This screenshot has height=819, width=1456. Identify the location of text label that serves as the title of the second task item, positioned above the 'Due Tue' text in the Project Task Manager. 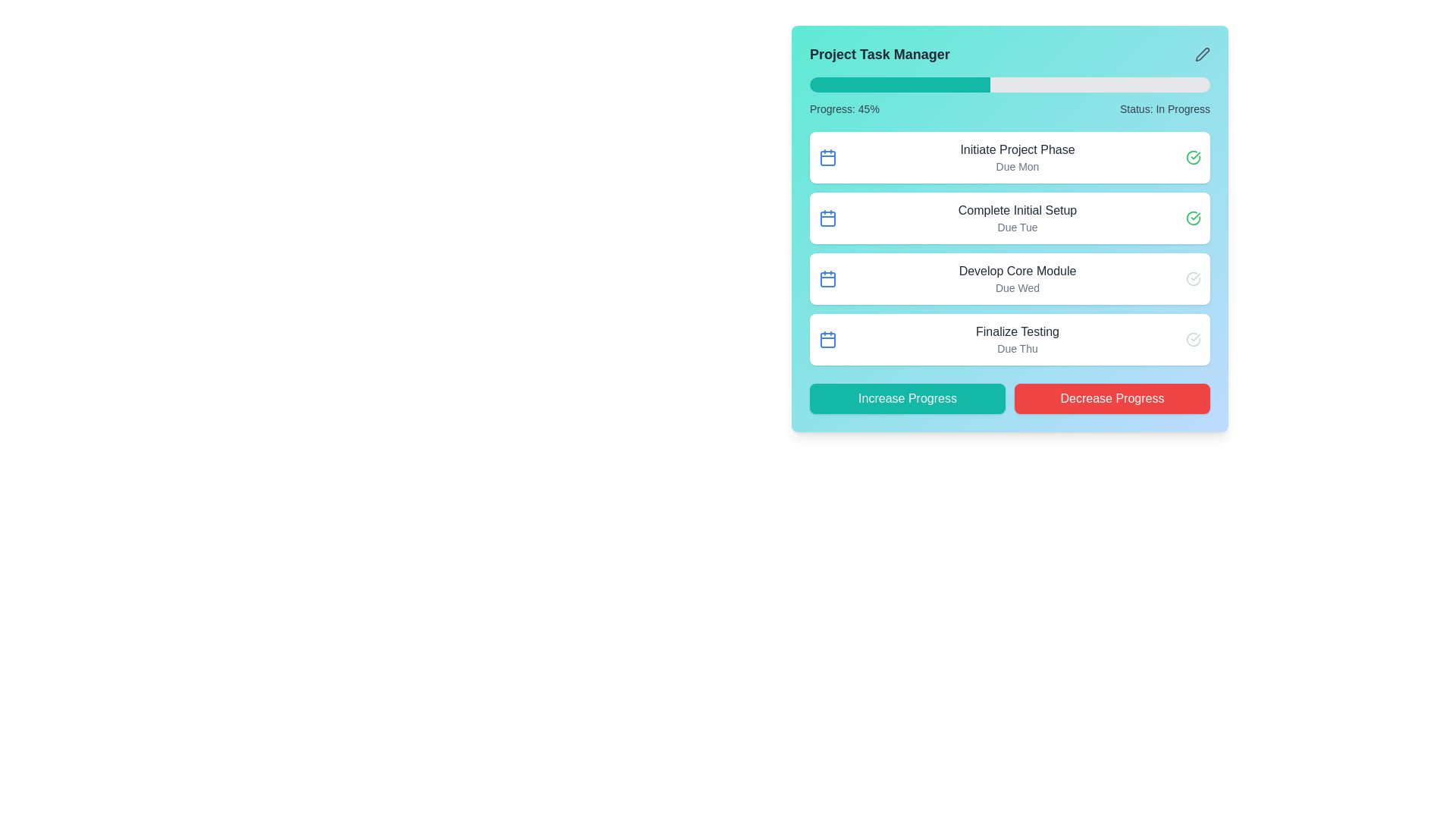
(1018, 210).